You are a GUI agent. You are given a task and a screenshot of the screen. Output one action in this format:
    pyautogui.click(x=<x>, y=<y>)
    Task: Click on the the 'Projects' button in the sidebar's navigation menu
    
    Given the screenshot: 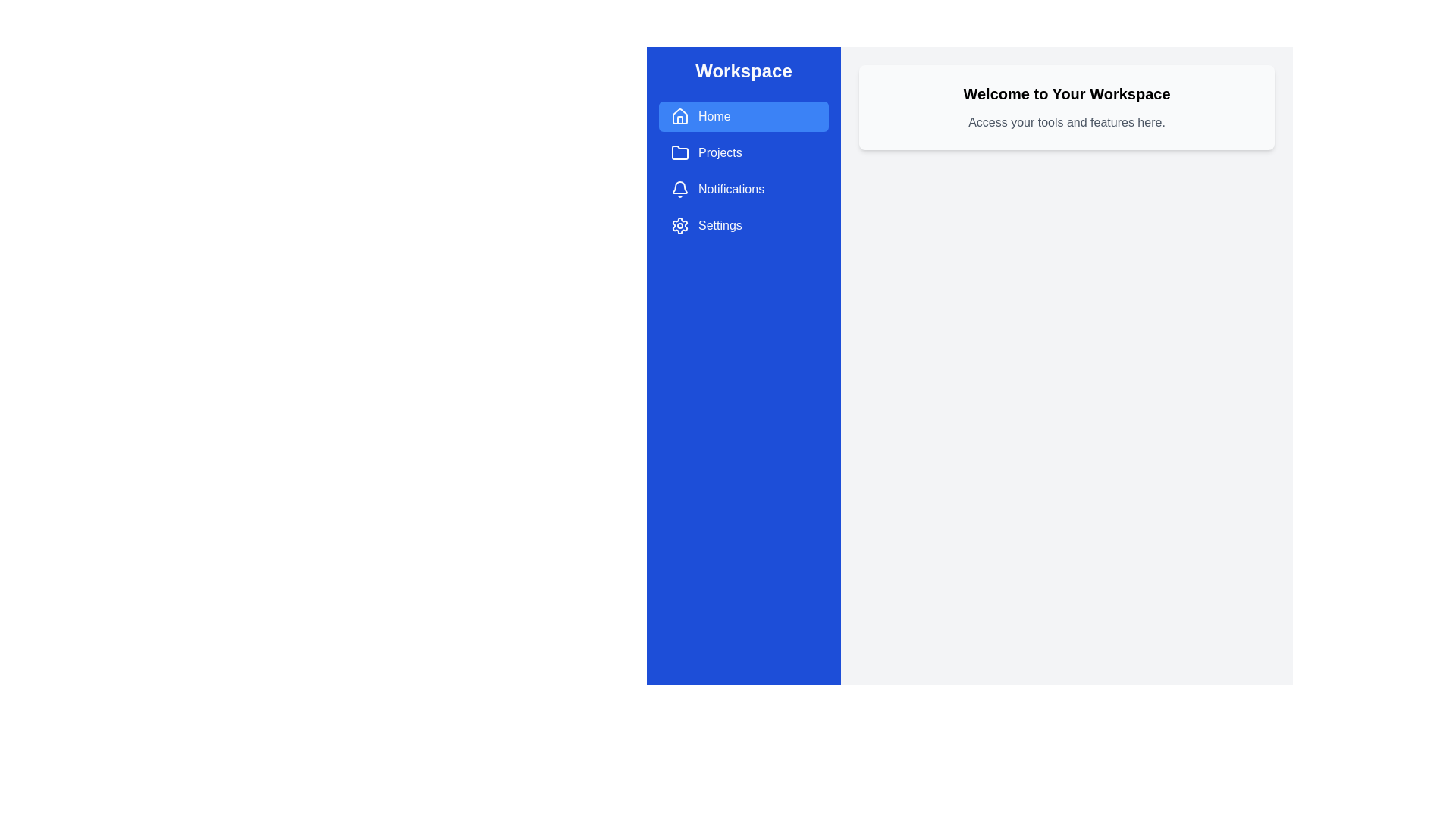 What is the action you would take?
    pyautogui.click(x=679, y=152)
    